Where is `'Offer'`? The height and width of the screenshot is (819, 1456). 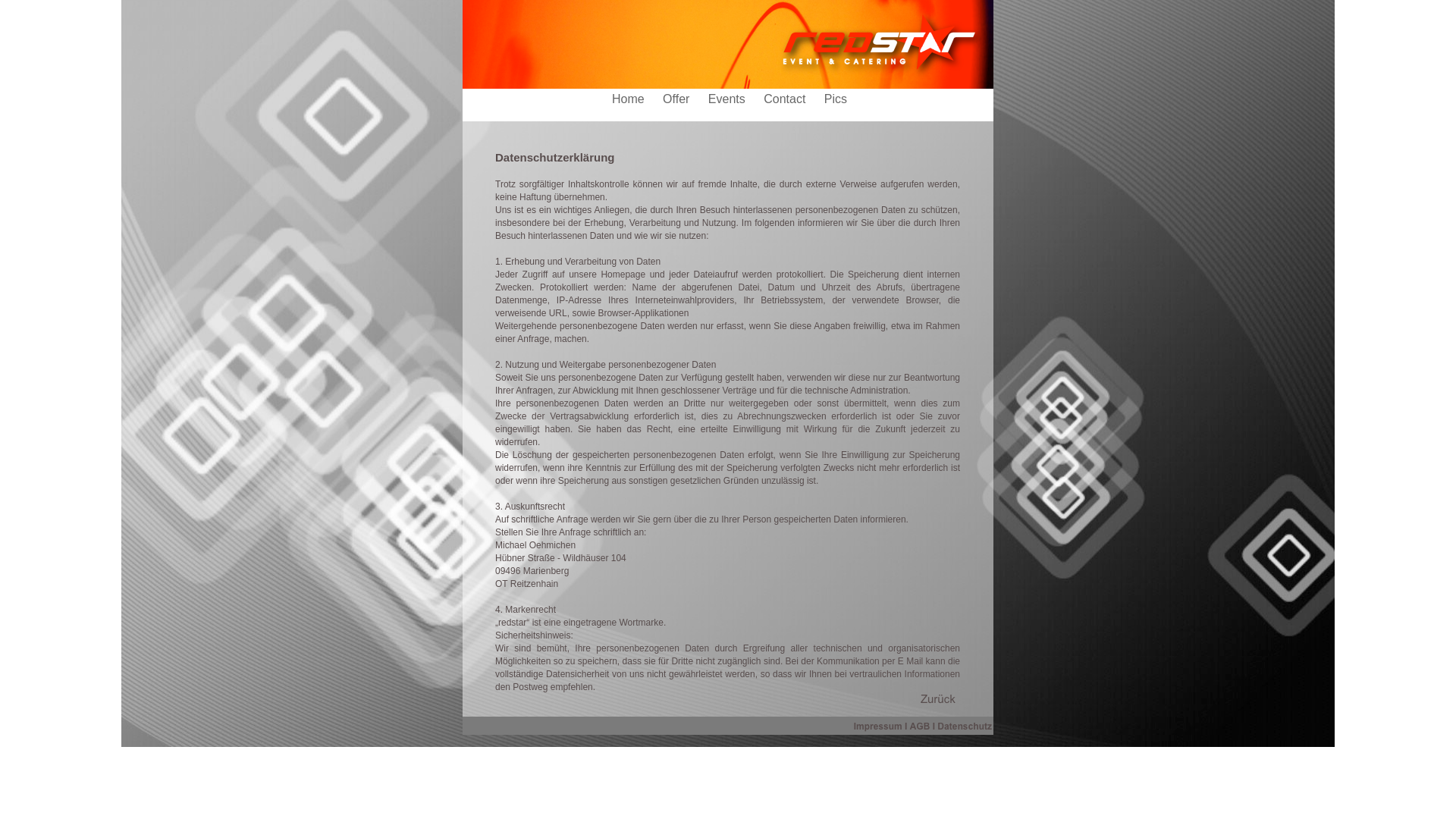
'Offer' is located at coordinates (676, 99).